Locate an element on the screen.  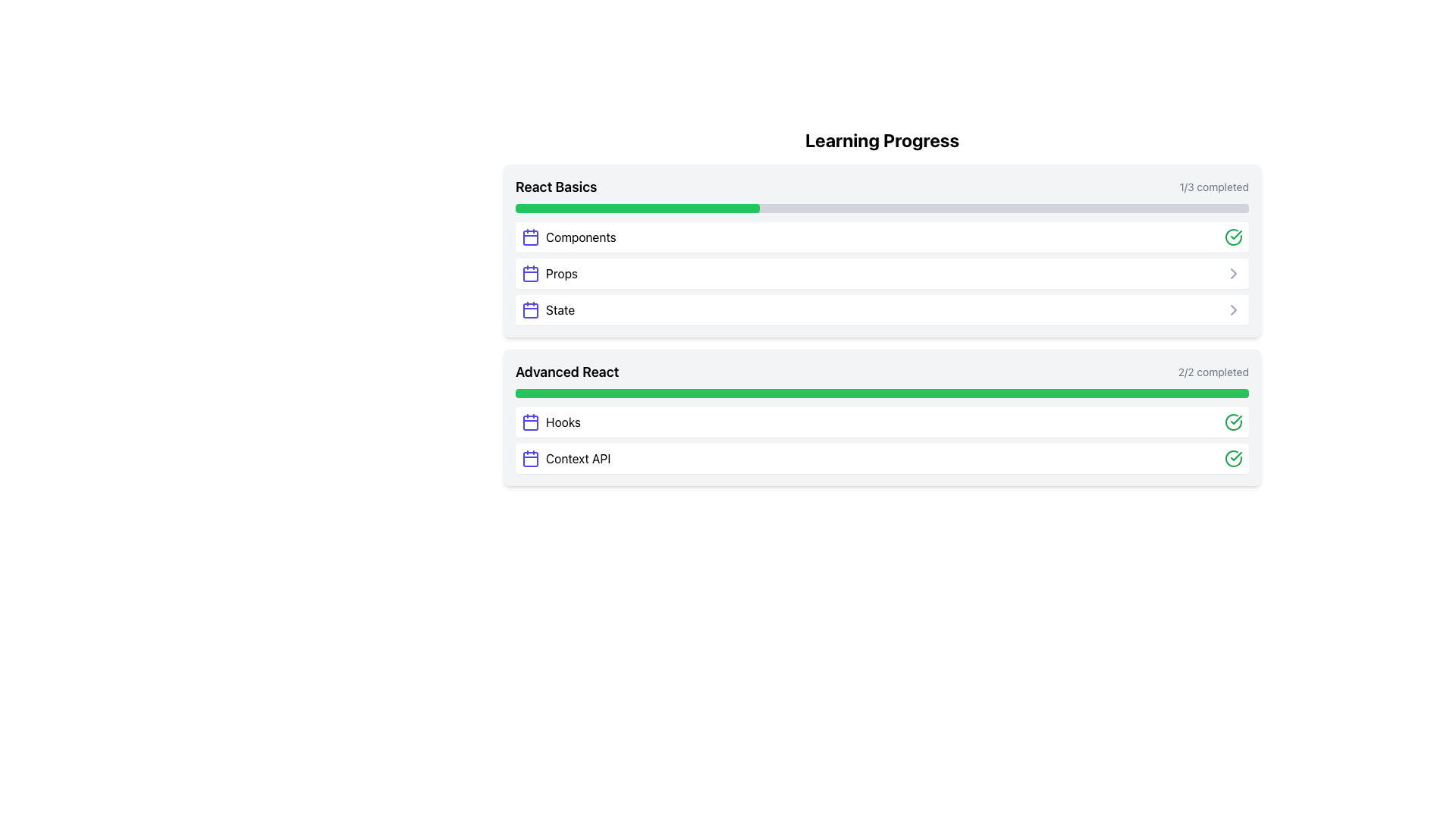
the second interactive icon on the far right side to trigger the tooltip is located at coordinates (1234, 274).